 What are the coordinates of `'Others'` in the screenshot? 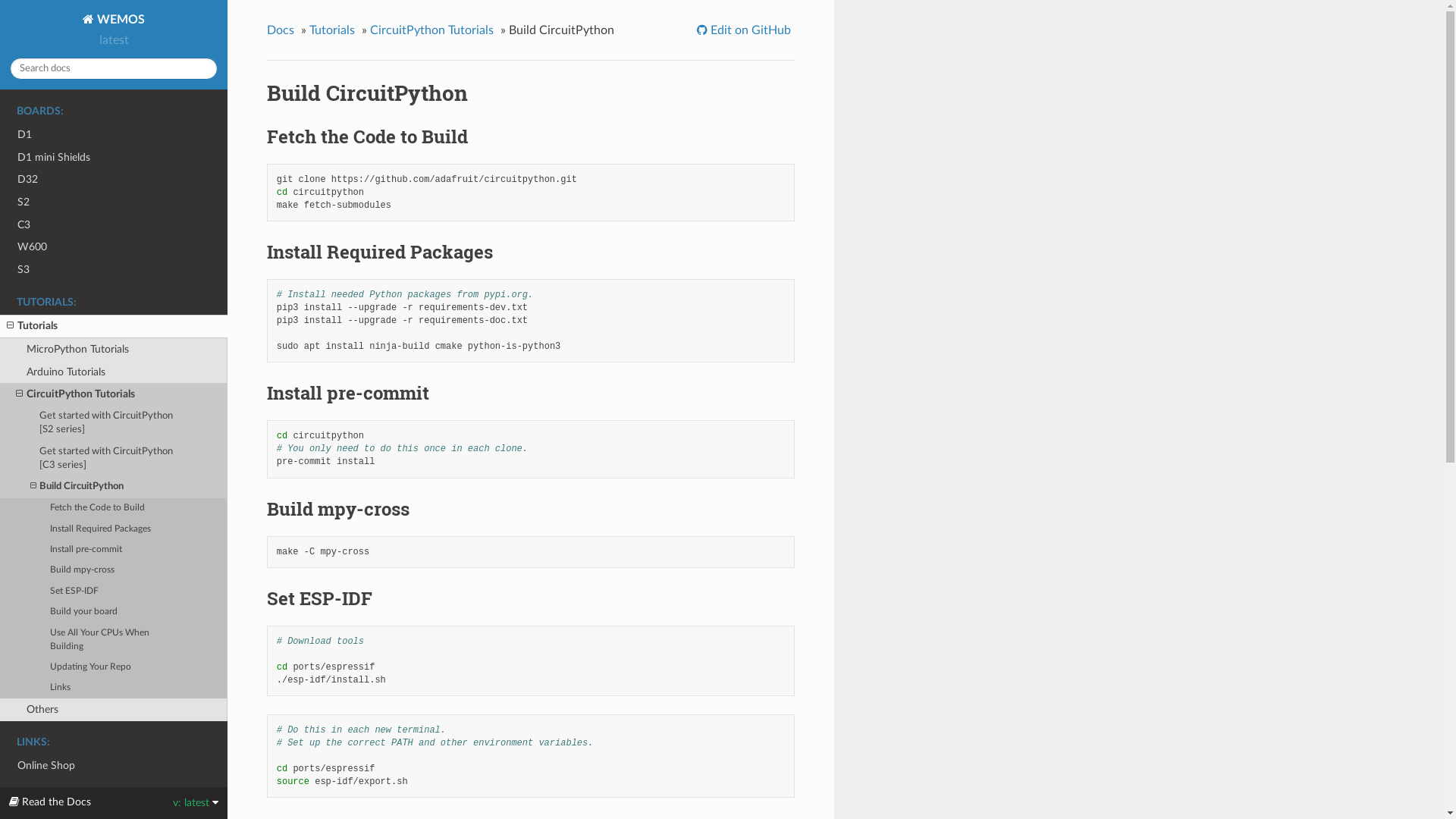 It's located at (112, 710).